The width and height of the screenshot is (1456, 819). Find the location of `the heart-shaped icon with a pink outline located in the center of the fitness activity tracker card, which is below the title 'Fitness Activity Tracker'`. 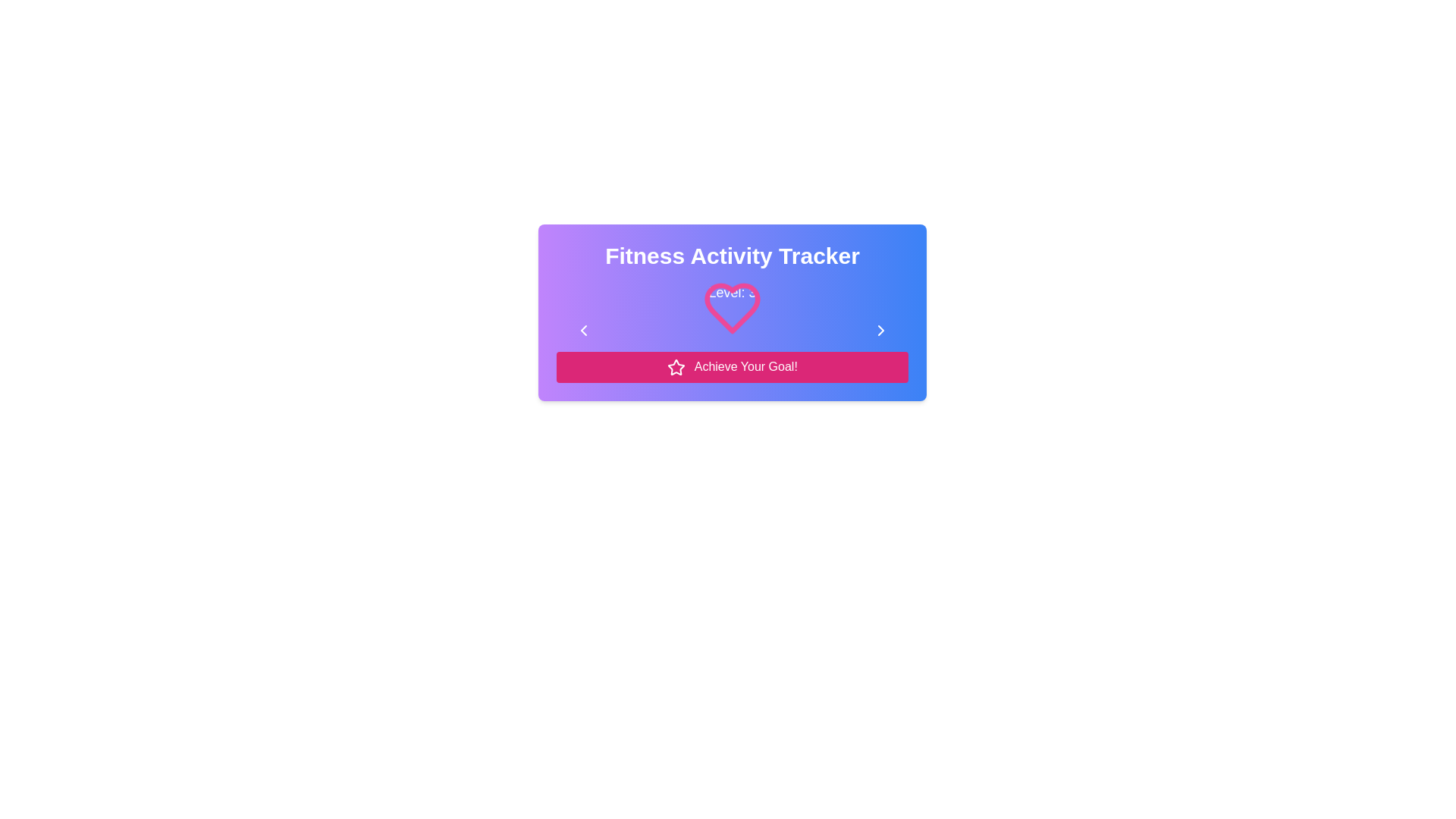

the heart-shaped icon with a pink outline located in the center of the fitness activity tracker card, which is below the title 'Fitness Activity Tracker' is located at coordinates (732, 321).